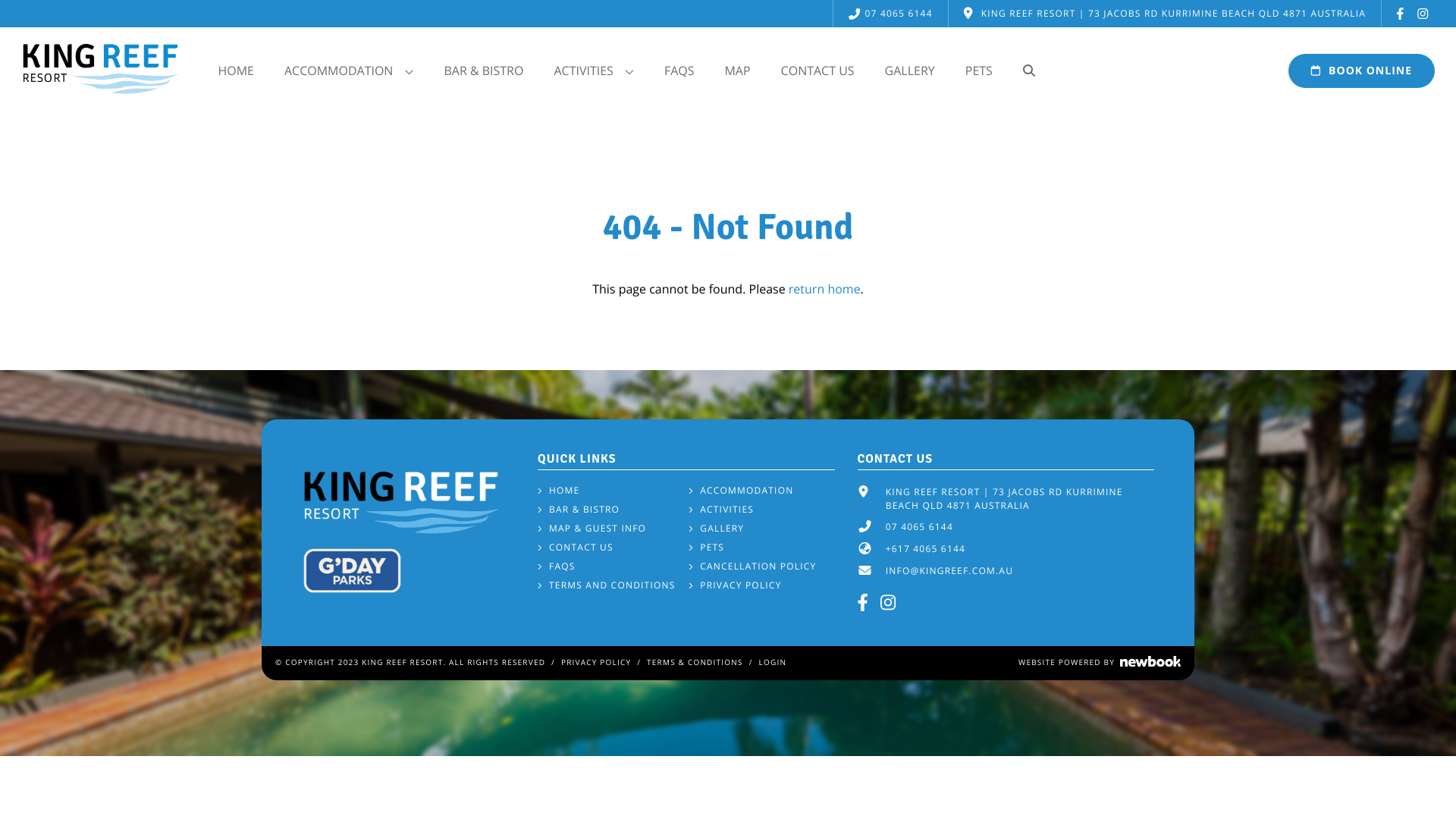 The image size is (1456, 819). What do you see at coordinates (890, 14) in the screenshot?
I see `'07 4065 6144'` at bounding box center [890, 14].